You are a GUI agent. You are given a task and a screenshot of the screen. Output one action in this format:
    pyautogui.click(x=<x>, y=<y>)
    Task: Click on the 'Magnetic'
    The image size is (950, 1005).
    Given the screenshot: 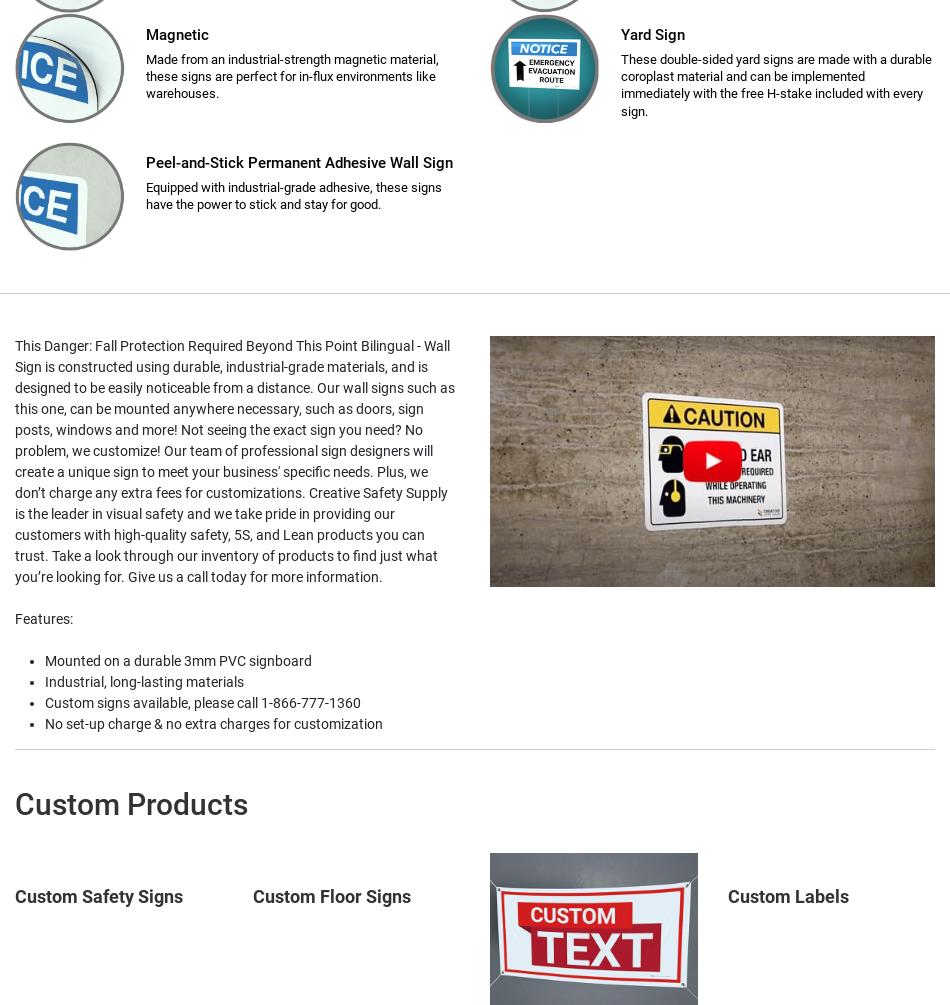 What is the action you would take?
    pyautogui.click(x=177, y=33)
    